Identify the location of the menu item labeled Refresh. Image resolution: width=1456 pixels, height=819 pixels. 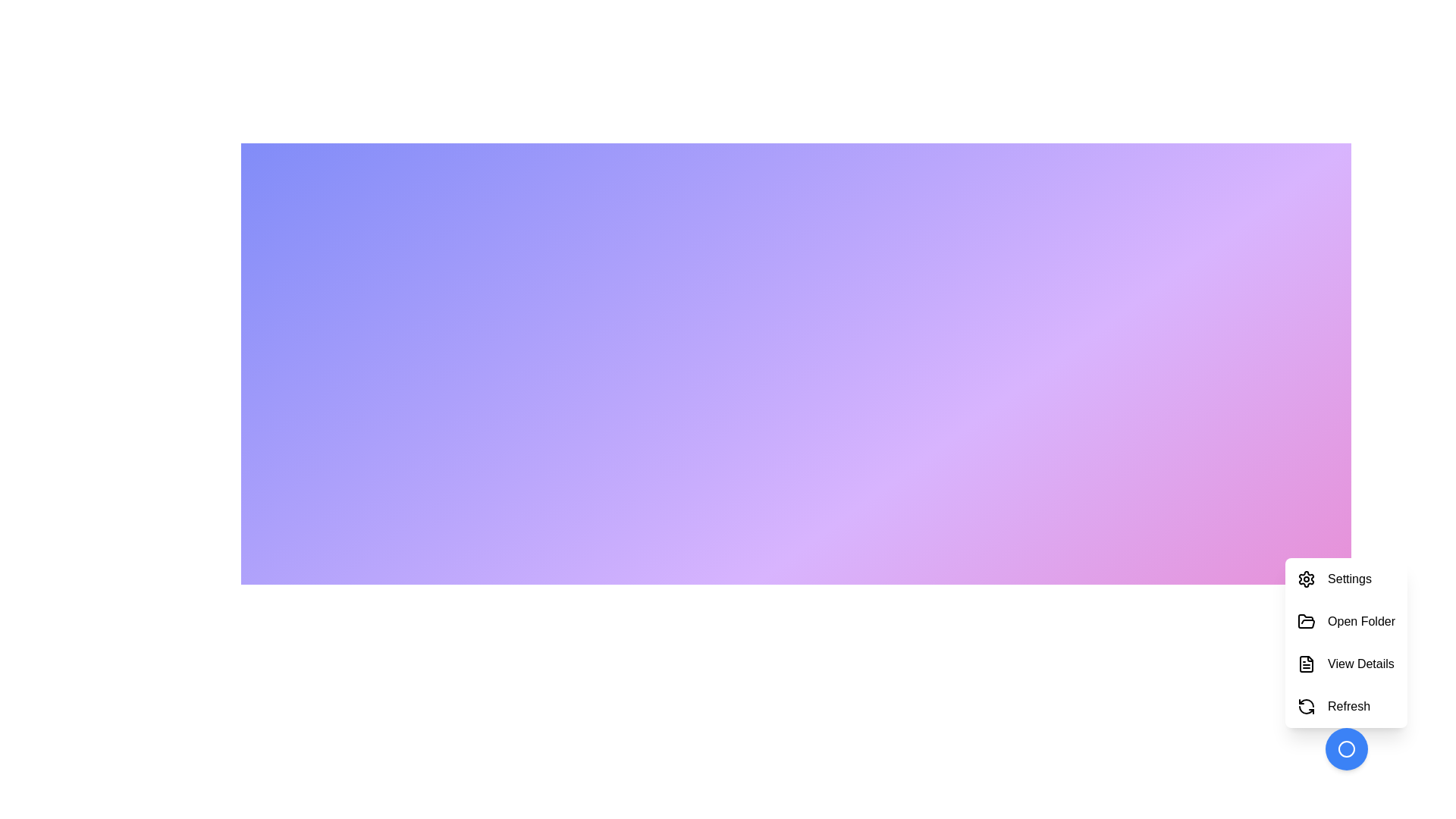
(1346, 707).